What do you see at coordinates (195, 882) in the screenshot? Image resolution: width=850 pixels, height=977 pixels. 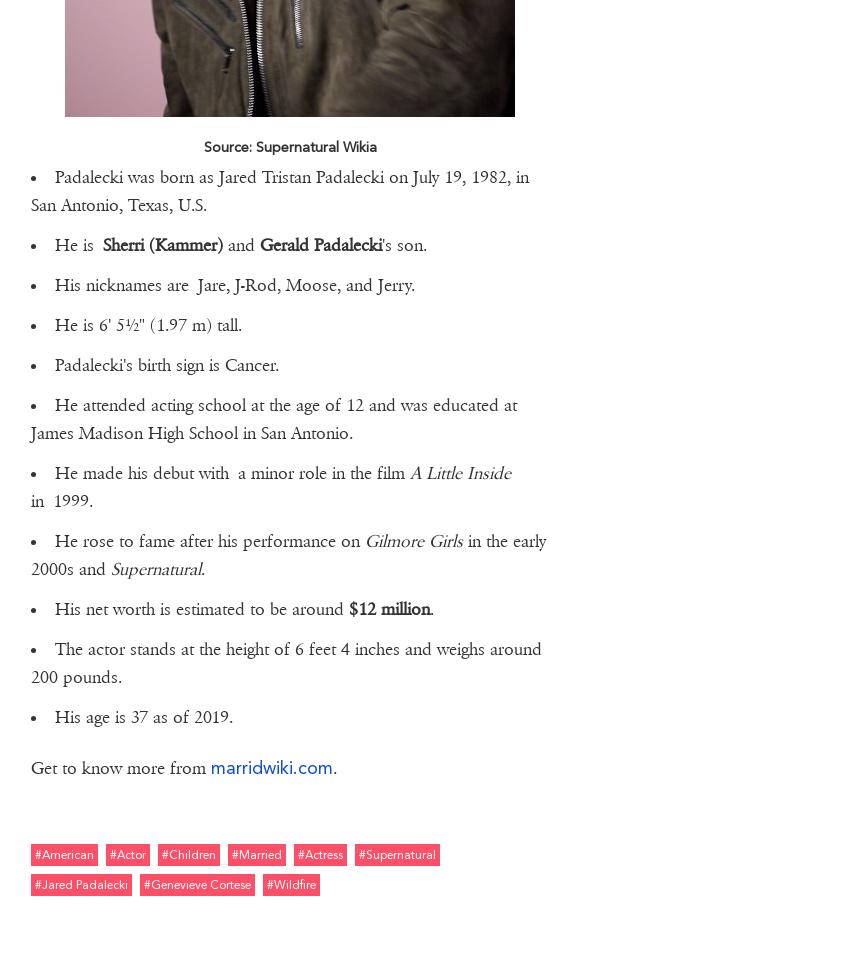 I see `'#genevieve cortese'` at bounding box center [195, 882].